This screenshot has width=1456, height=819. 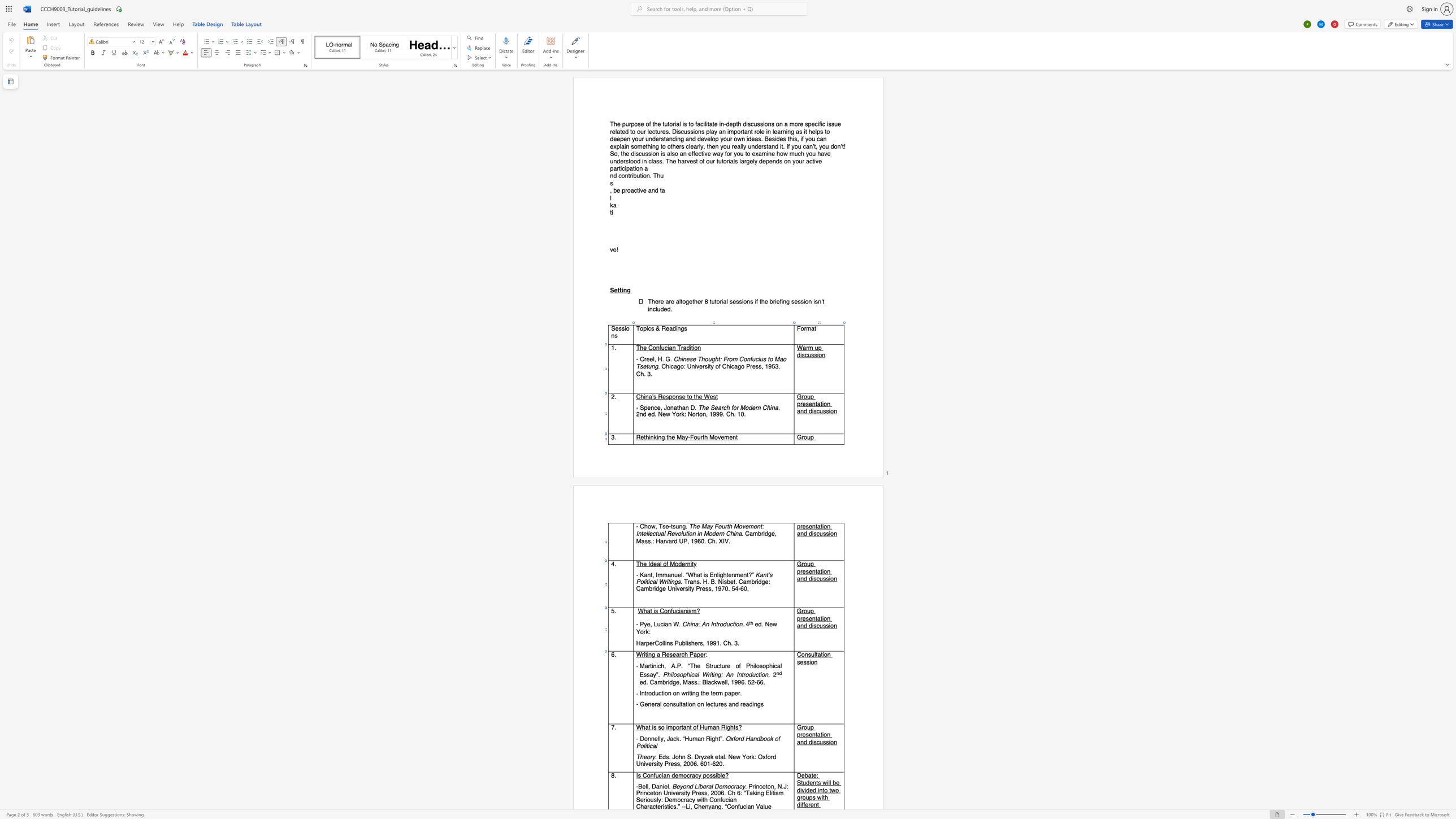 I want to click on the 1th character "r" in the text, so click(x=644, y=643).